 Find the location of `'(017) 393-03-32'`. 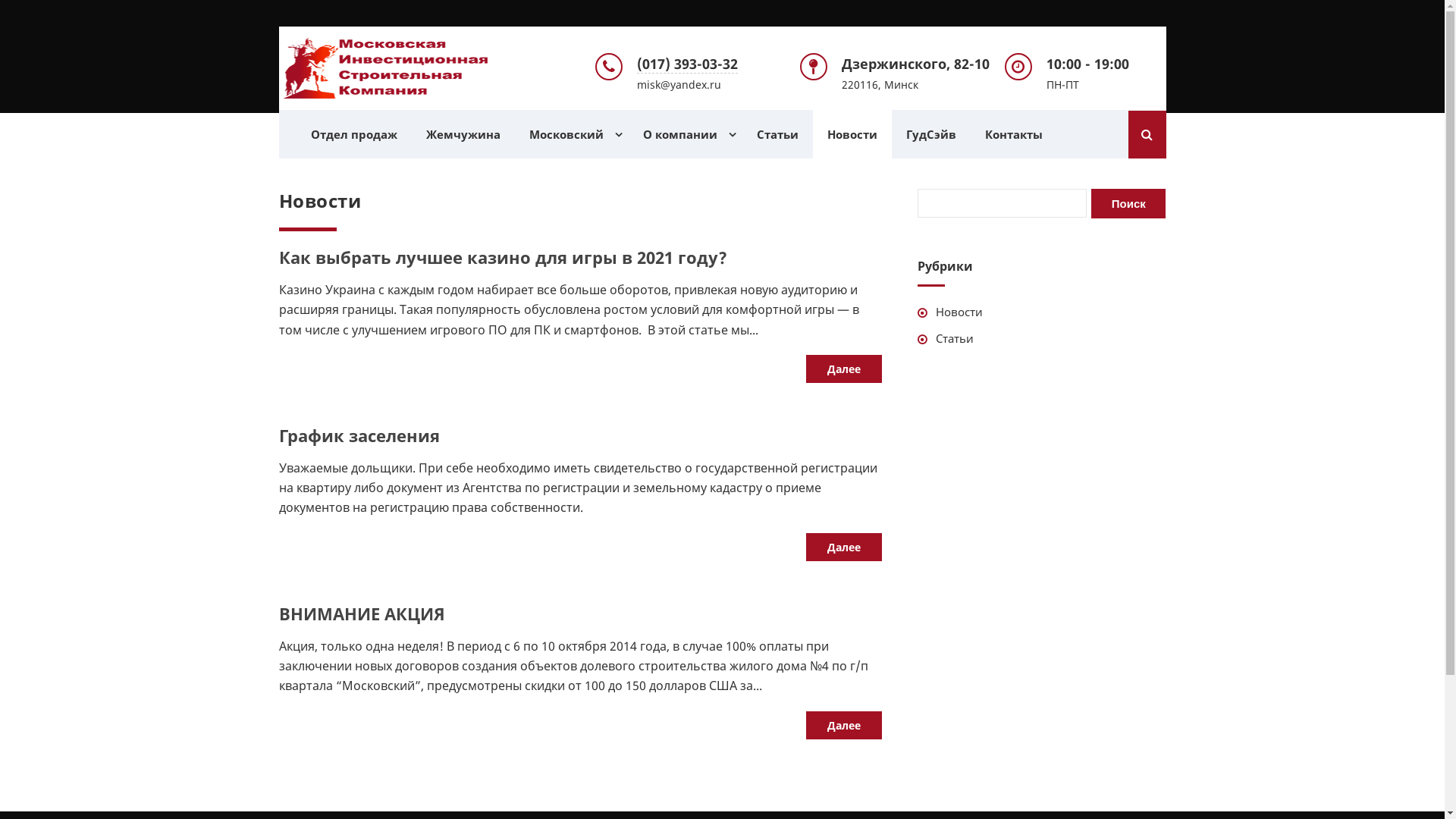

'(017) 393-03-32' is located at coordinates (637, 63).